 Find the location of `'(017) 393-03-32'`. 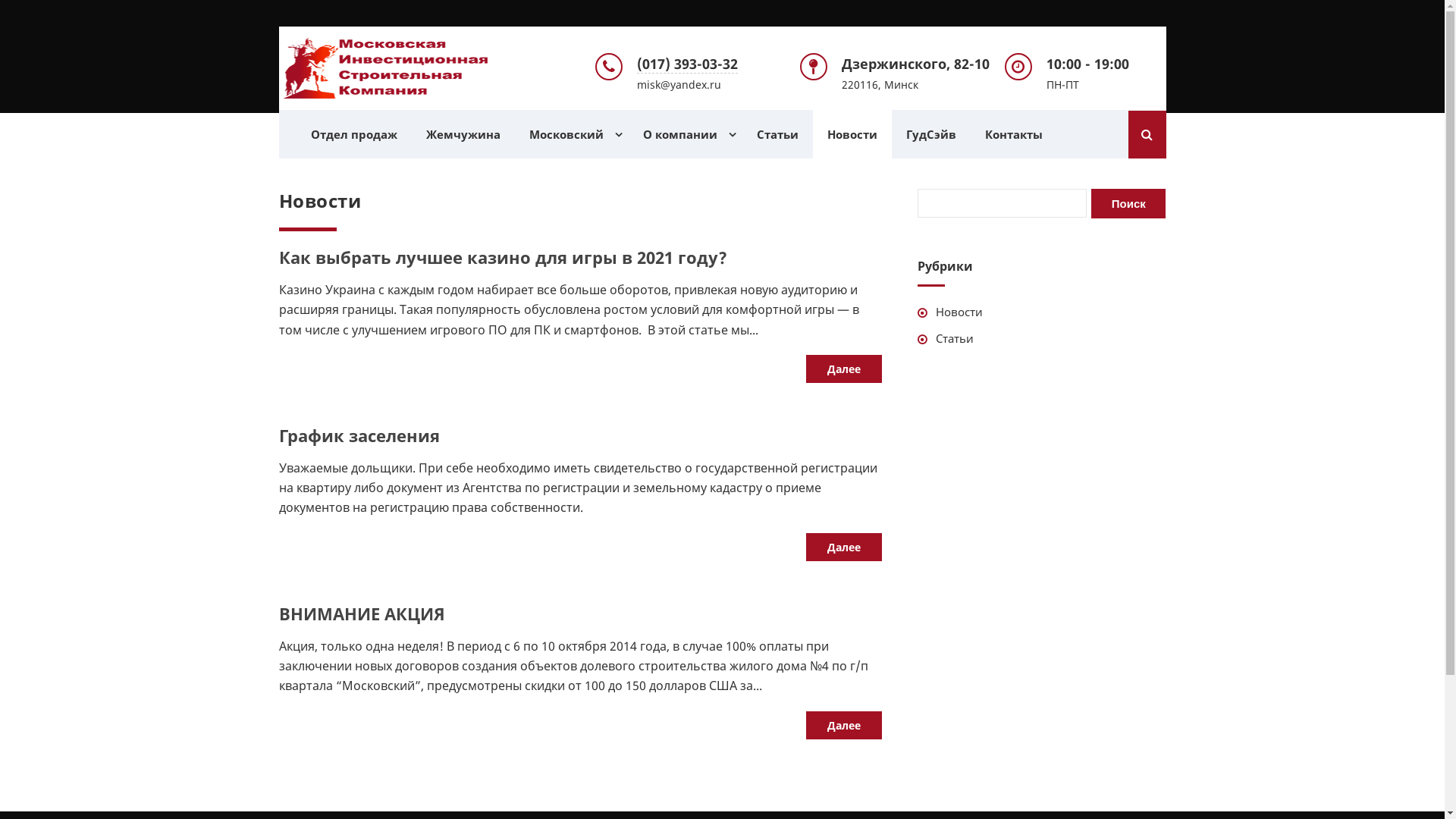

'(017) 393-03-32' is located at coordinates (637, 63).